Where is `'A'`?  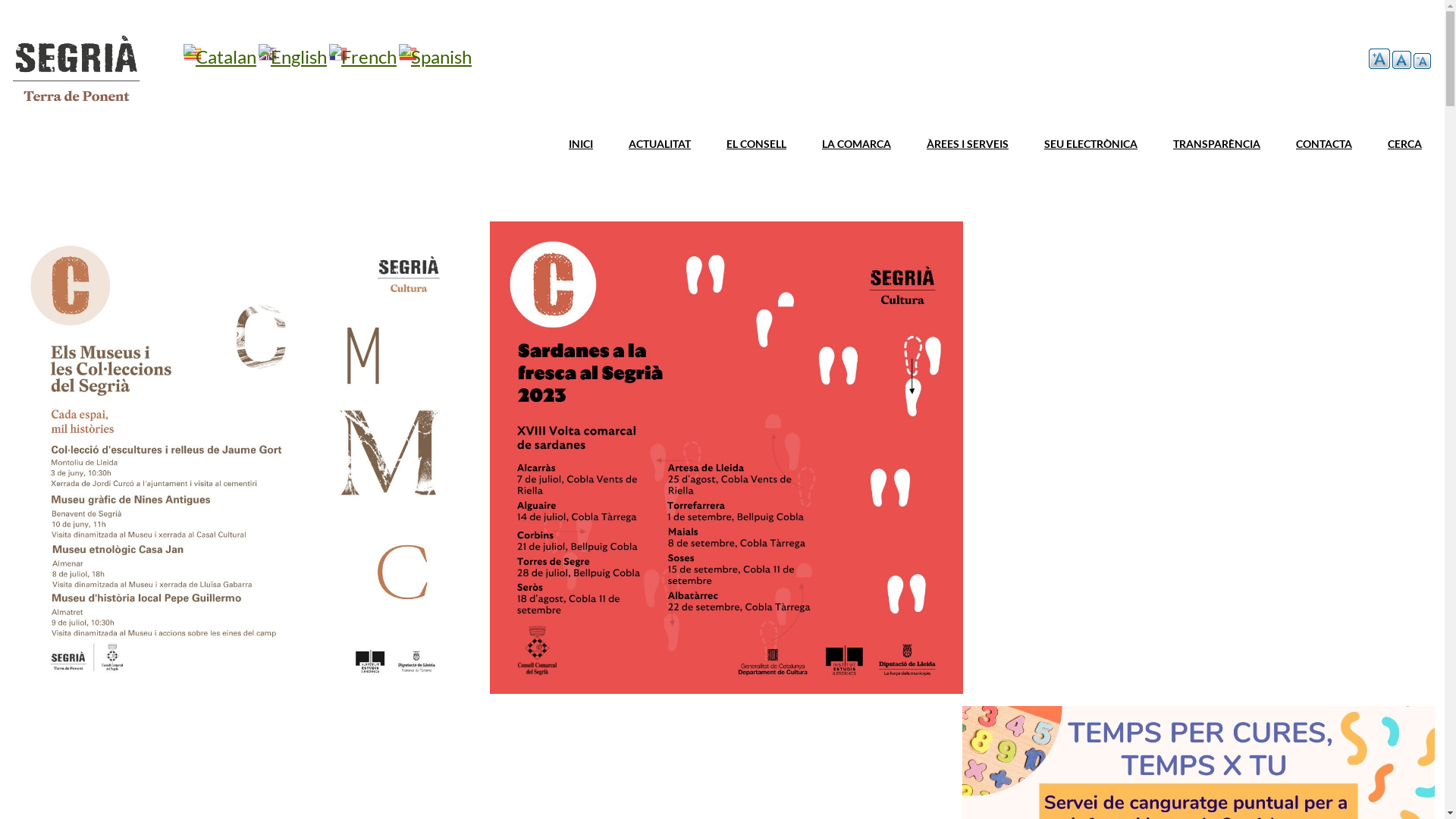
'A' is located at coordinates (1421, 60).